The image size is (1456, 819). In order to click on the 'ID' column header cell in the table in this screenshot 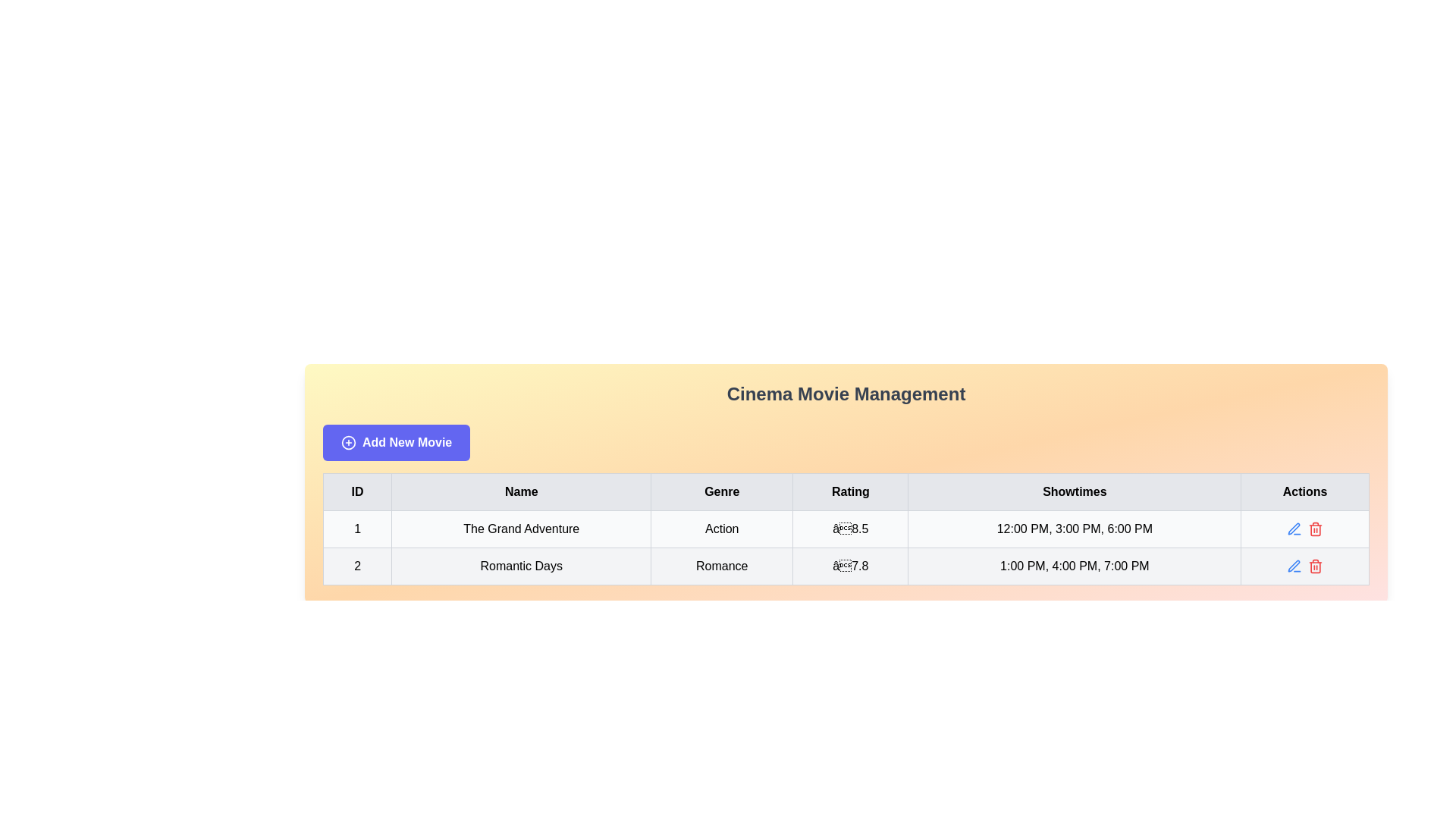, I will do `click(356, 491)`.